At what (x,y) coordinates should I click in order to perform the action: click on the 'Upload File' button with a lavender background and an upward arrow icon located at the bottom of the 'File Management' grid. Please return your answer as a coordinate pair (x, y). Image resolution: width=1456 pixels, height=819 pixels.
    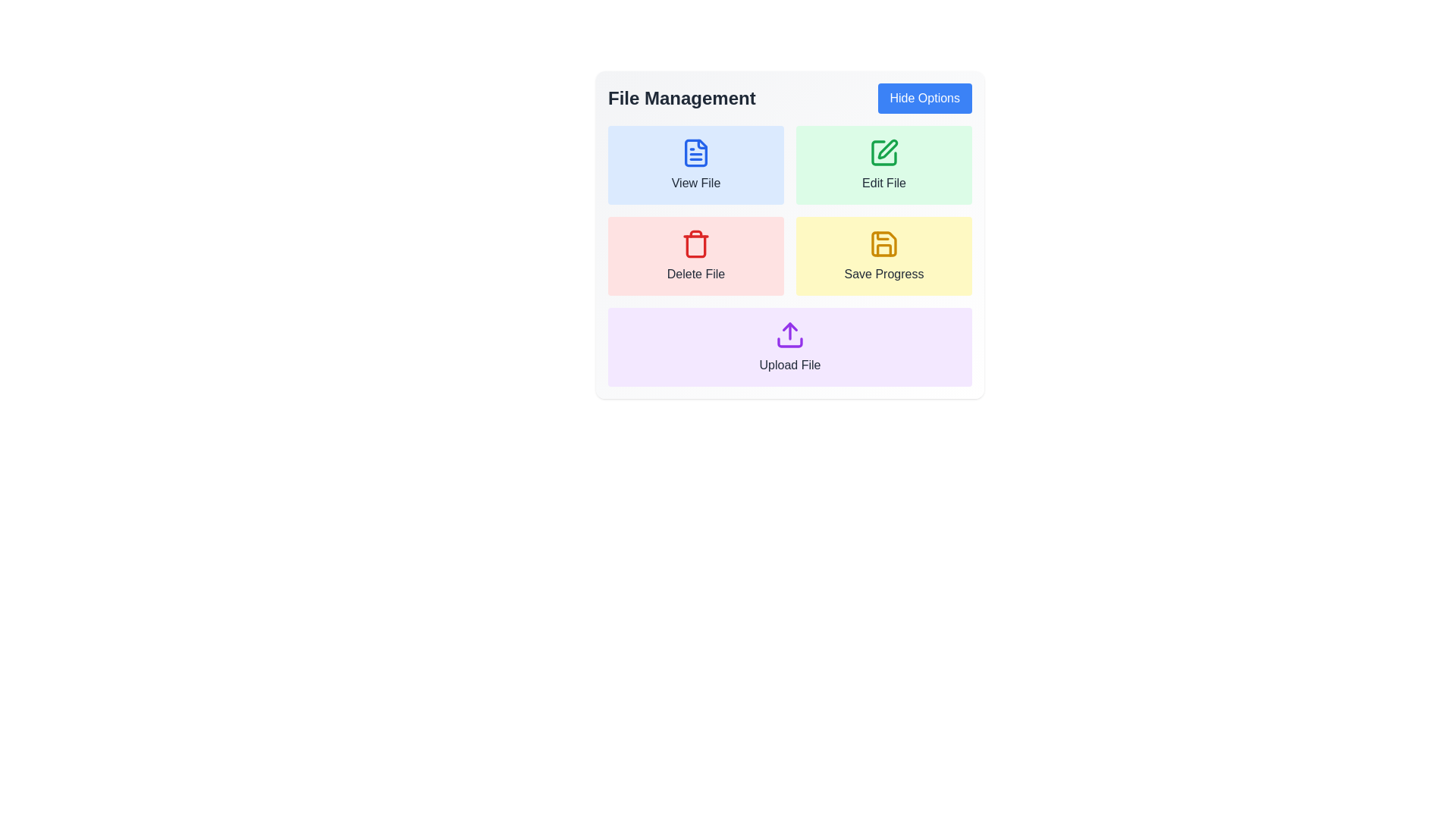
    Looking at the image, I should click on (789, 347).